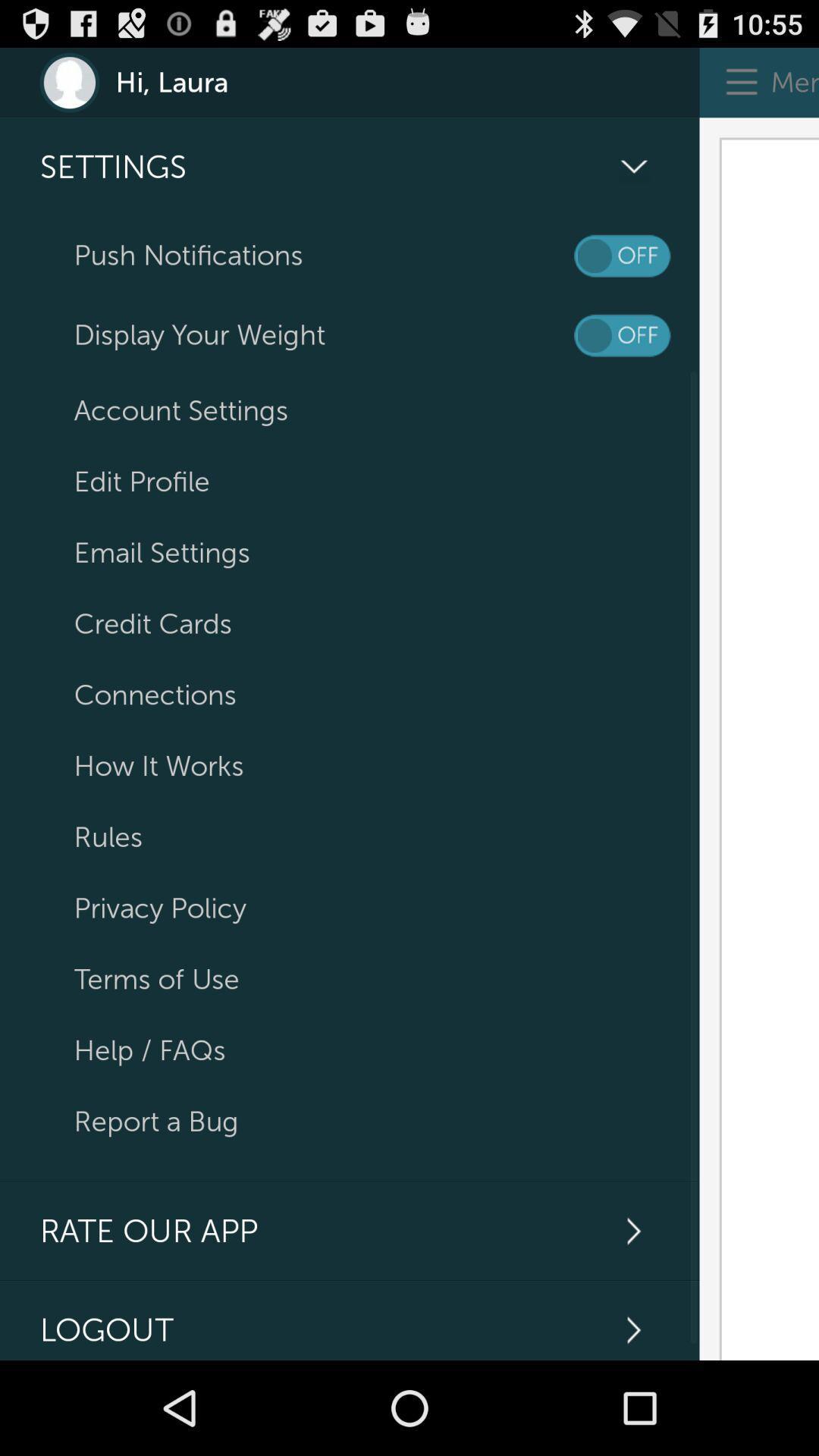 Image resolution: width=819 pixels, height=1456 pixels. I want to click on on/off notifications, so click(622, 256).